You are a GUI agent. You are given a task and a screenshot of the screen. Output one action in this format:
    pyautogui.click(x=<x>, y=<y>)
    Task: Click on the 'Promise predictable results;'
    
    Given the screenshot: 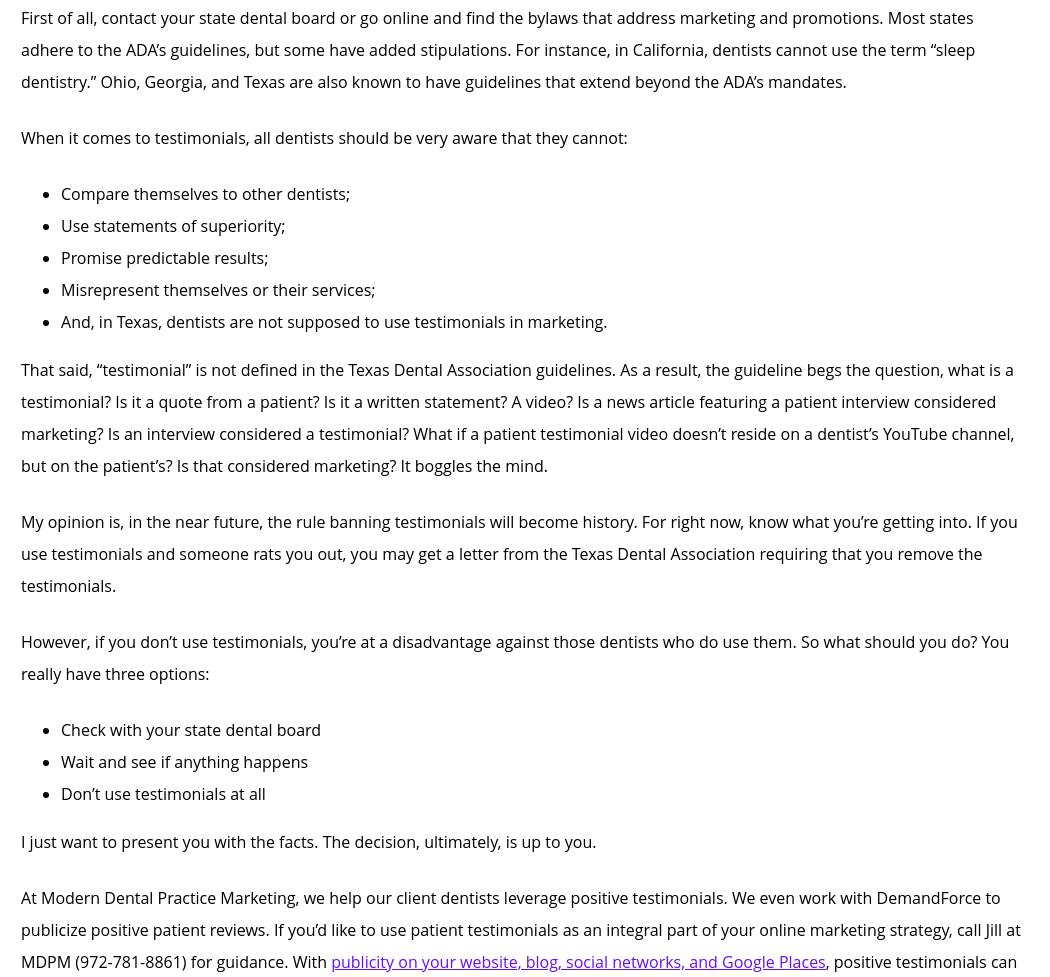 What is the action you would take?
    pyautogui.click(x=164, y=257)
    